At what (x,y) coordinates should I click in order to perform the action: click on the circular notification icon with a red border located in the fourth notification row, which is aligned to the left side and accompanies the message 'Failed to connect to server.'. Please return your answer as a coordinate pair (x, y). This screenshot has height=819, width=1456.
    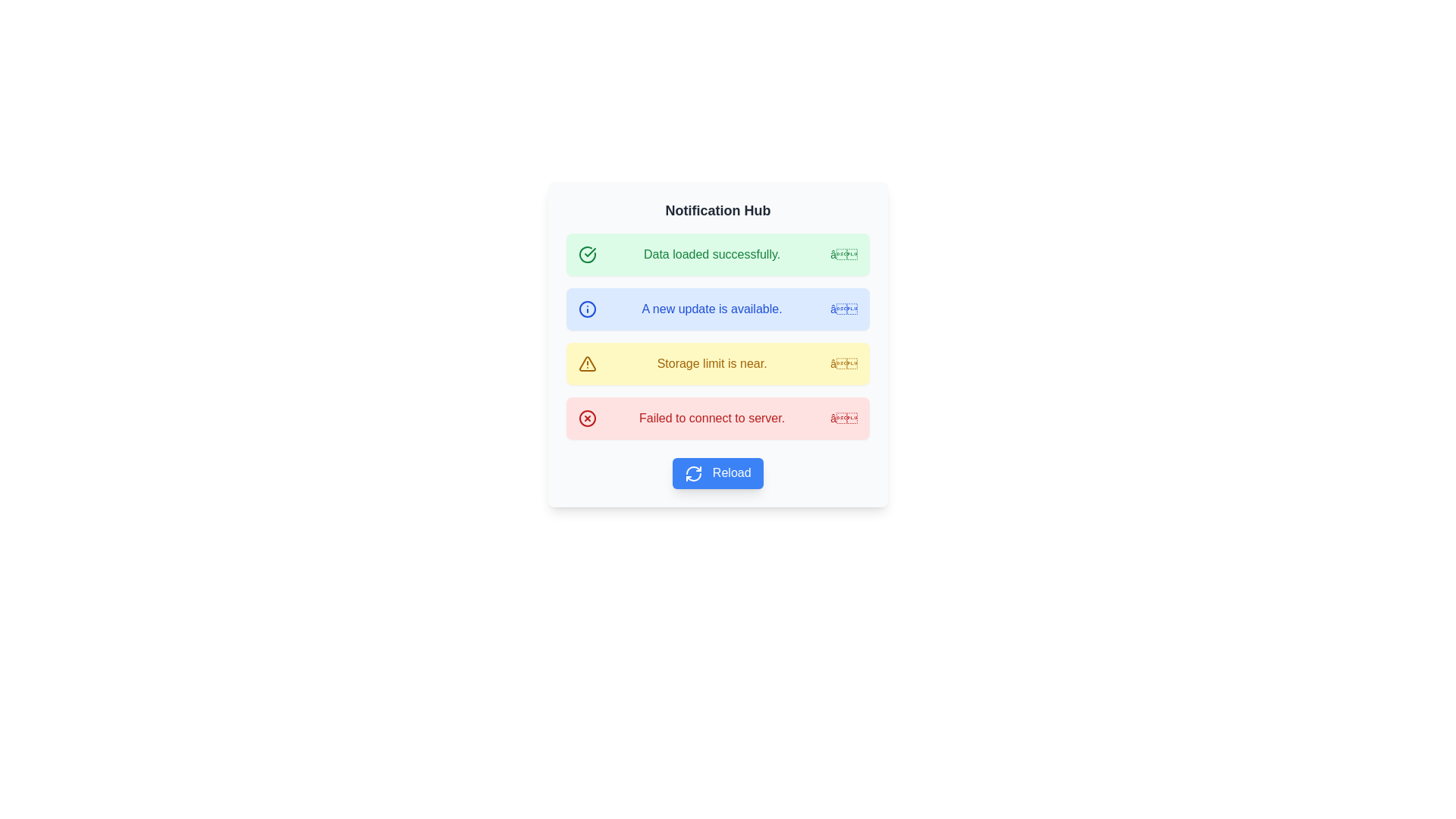
    Looking at the image, I should click on (586, 418).